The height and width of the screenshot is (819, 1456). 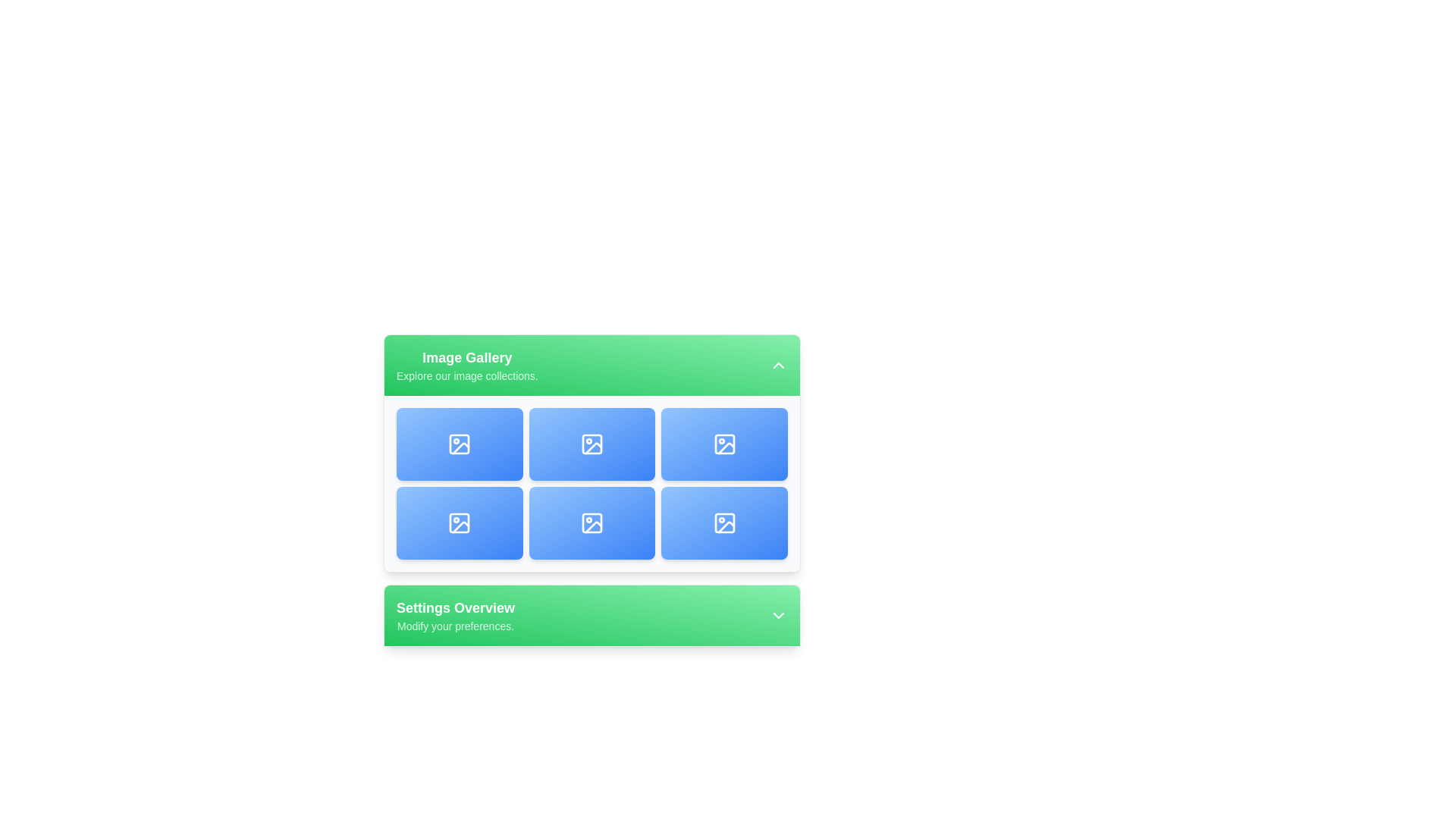 What do you see at coordinates (591, 491) in the screenshot?
I see `a tile within the Grid layout with interactive tiles` at bounding box center [591, 491].